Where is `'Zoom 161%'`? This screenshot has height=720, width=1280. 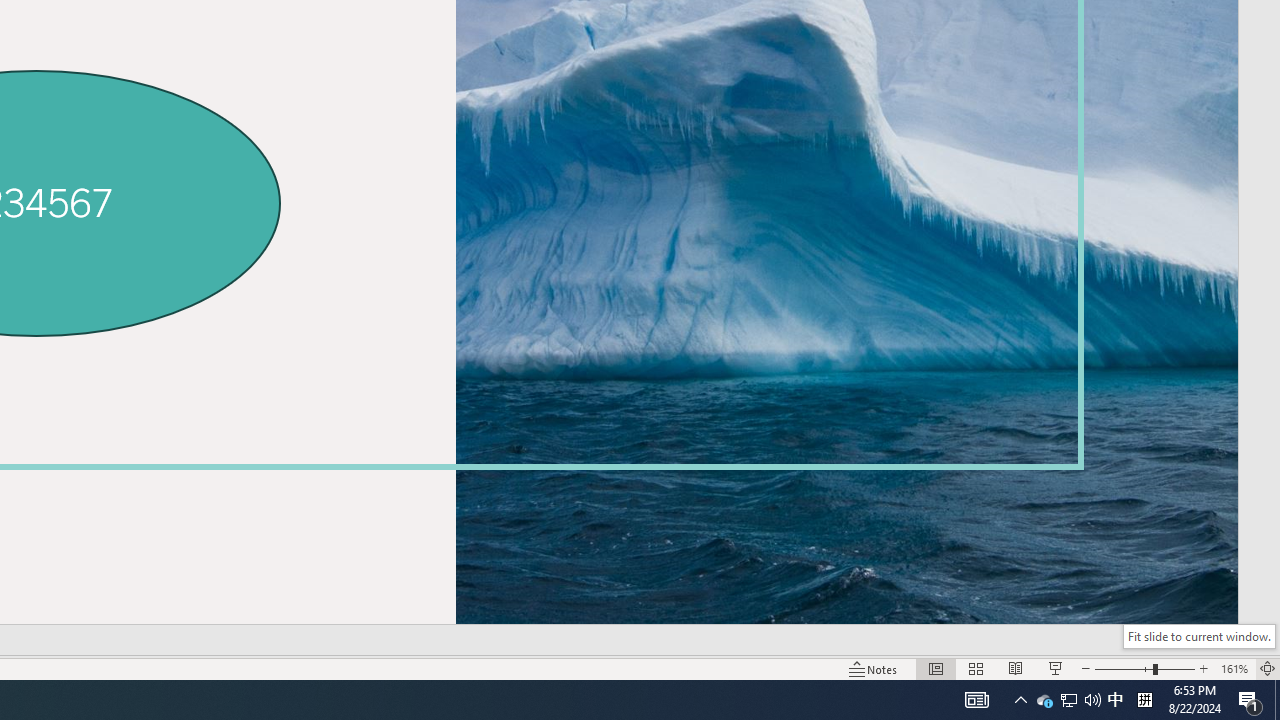
'Zoom 161%' is located at coordinates (1233, 669).